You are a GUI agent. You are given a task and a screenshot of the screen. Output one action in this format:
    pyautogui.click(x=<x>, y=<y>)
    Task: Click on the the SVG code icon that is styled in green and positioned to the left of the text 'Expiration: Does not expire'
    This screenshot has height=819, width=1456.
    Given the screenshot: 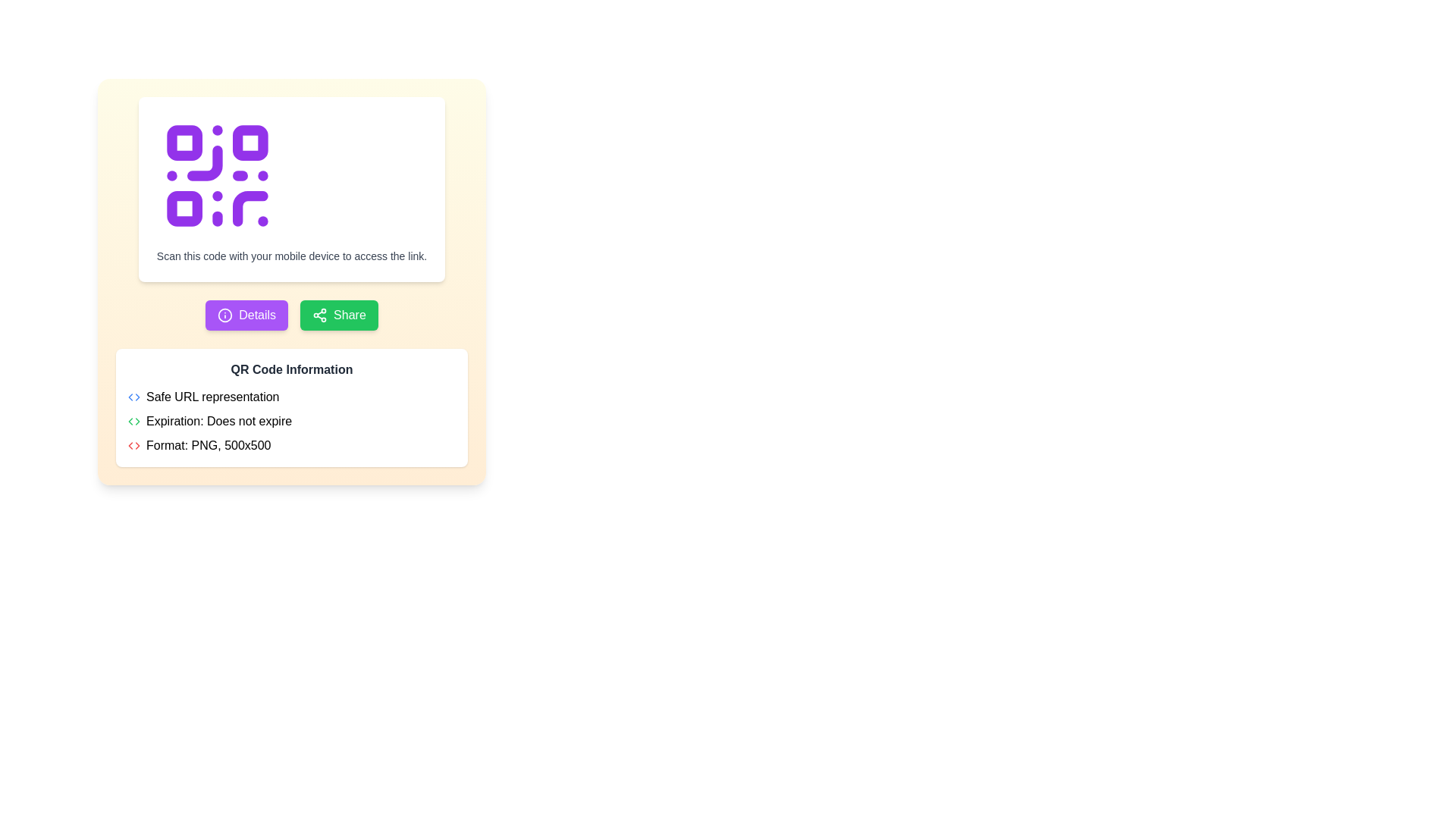 What is the action you would take?
    pyautogui.click(x=134, y=421)
    